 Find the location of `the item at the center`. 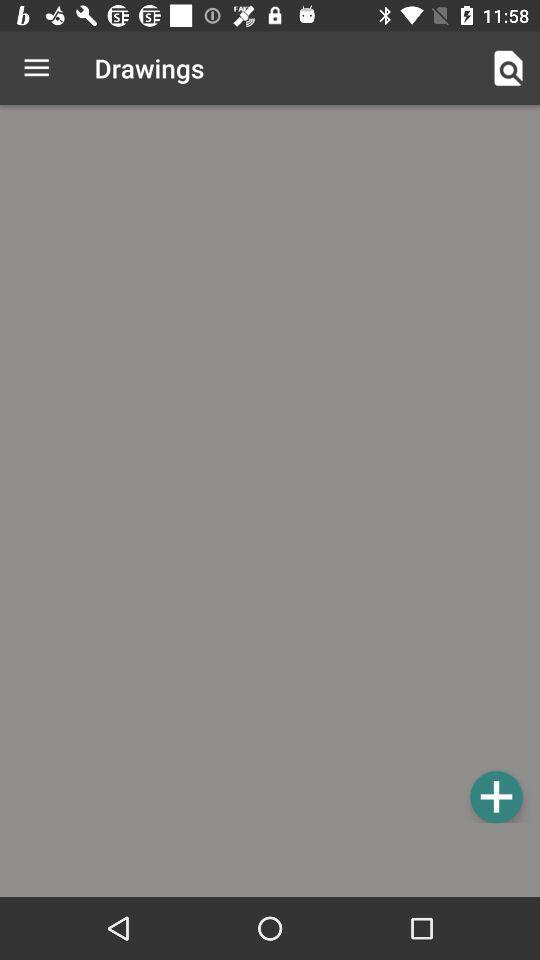

the item at the center is located at coordinates (270, 467).